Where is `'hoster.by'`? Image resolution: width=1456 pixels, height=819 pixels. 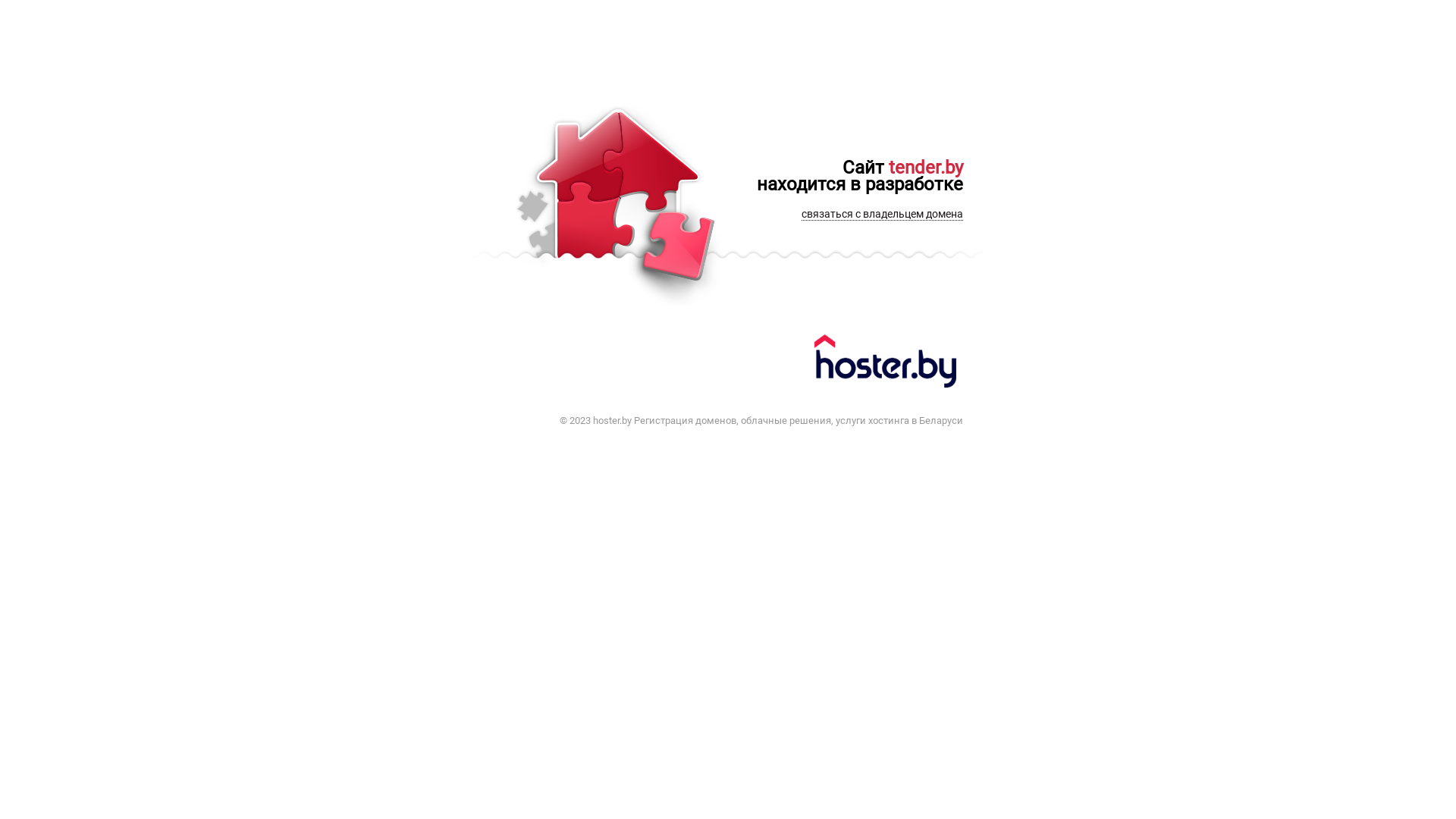 'hoster.by' is located at coordinates (887, 363).